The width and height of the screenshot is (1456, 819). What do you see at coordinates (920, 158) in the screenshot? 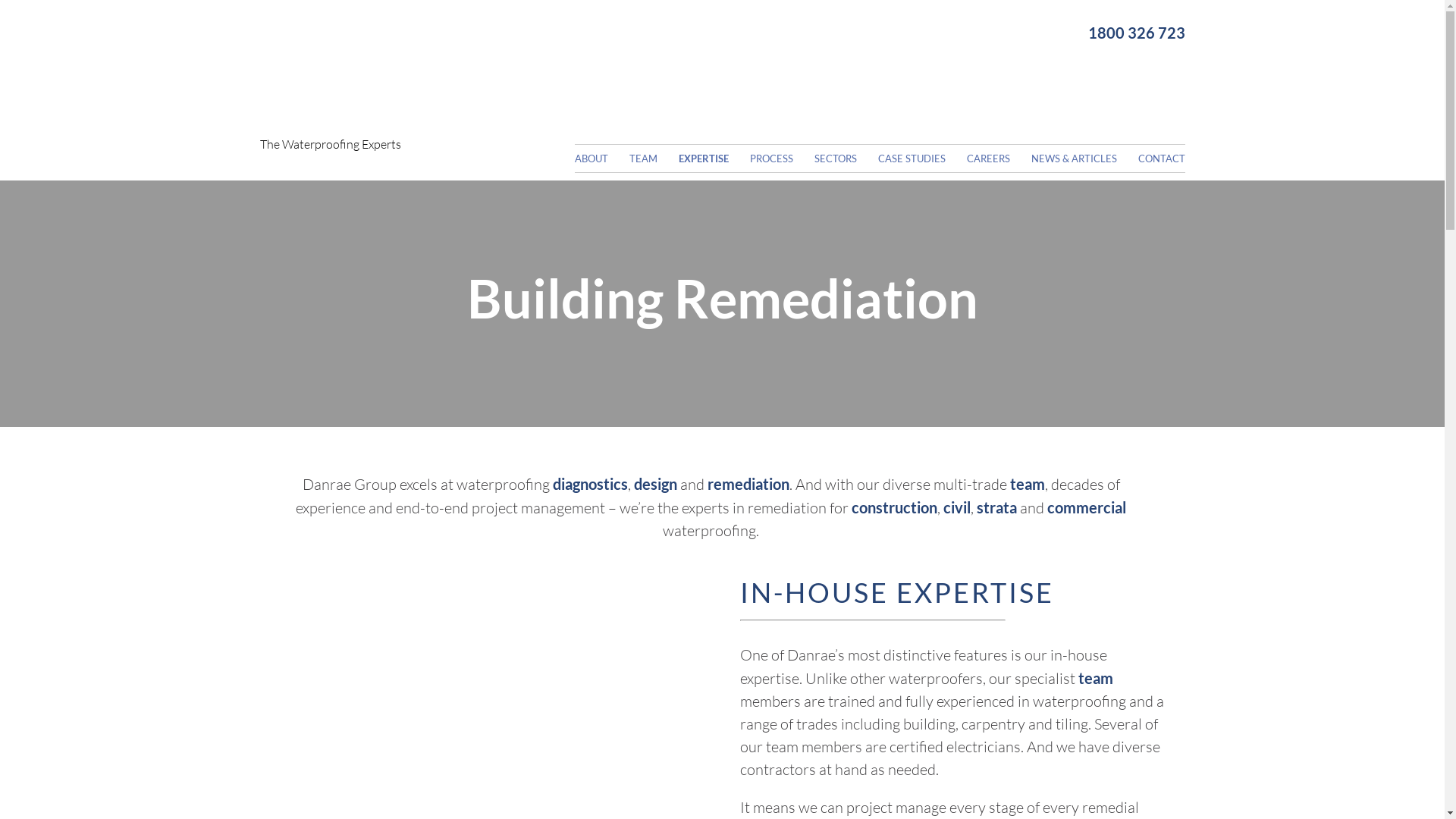
I see `'CASE STUDIES'` at bounding box center [920, 158].